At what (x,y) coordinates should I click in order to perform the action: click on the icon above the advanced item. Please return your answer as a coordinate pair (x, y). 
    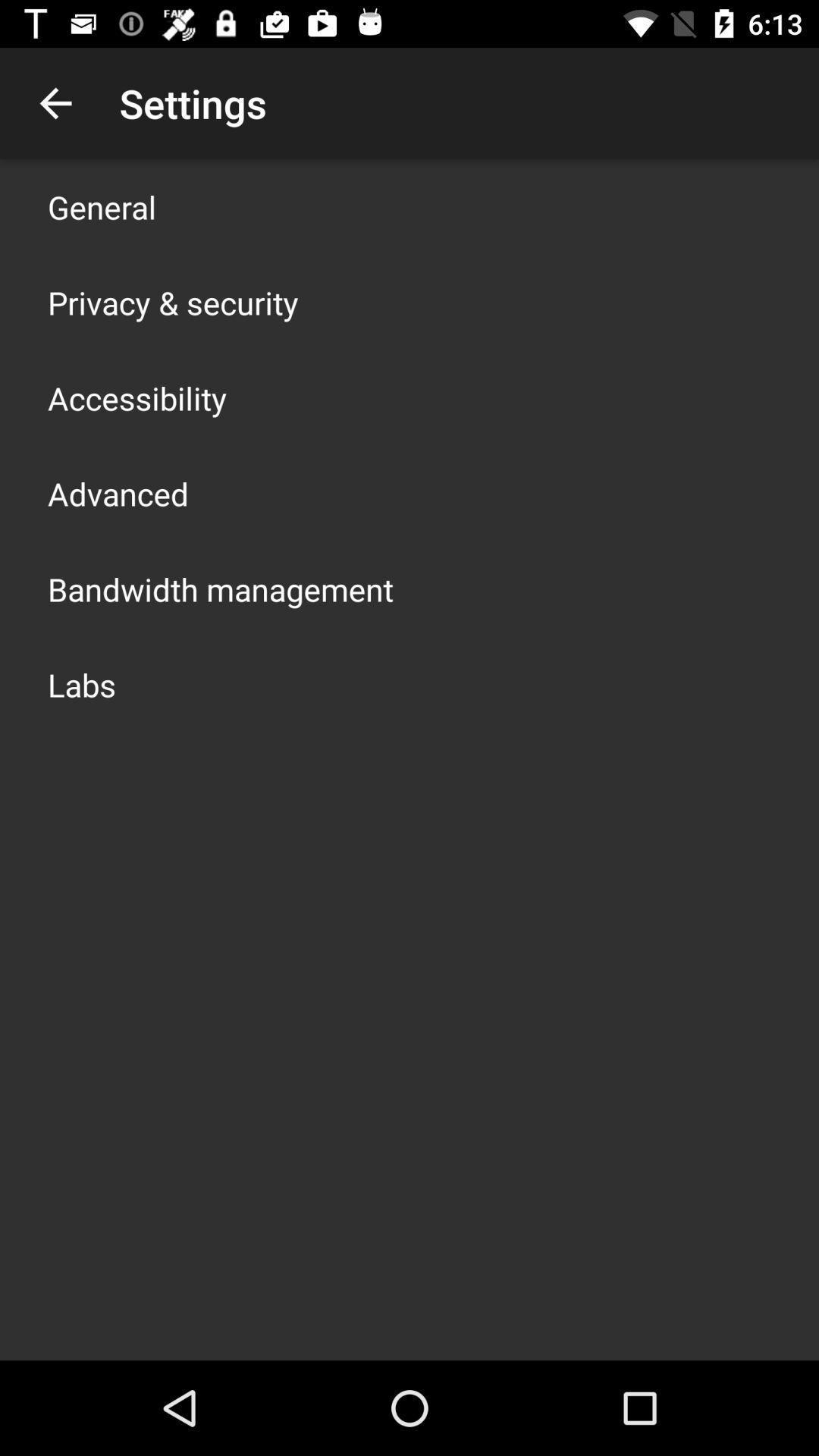
    Looking at the image, I should click on (137, 397).